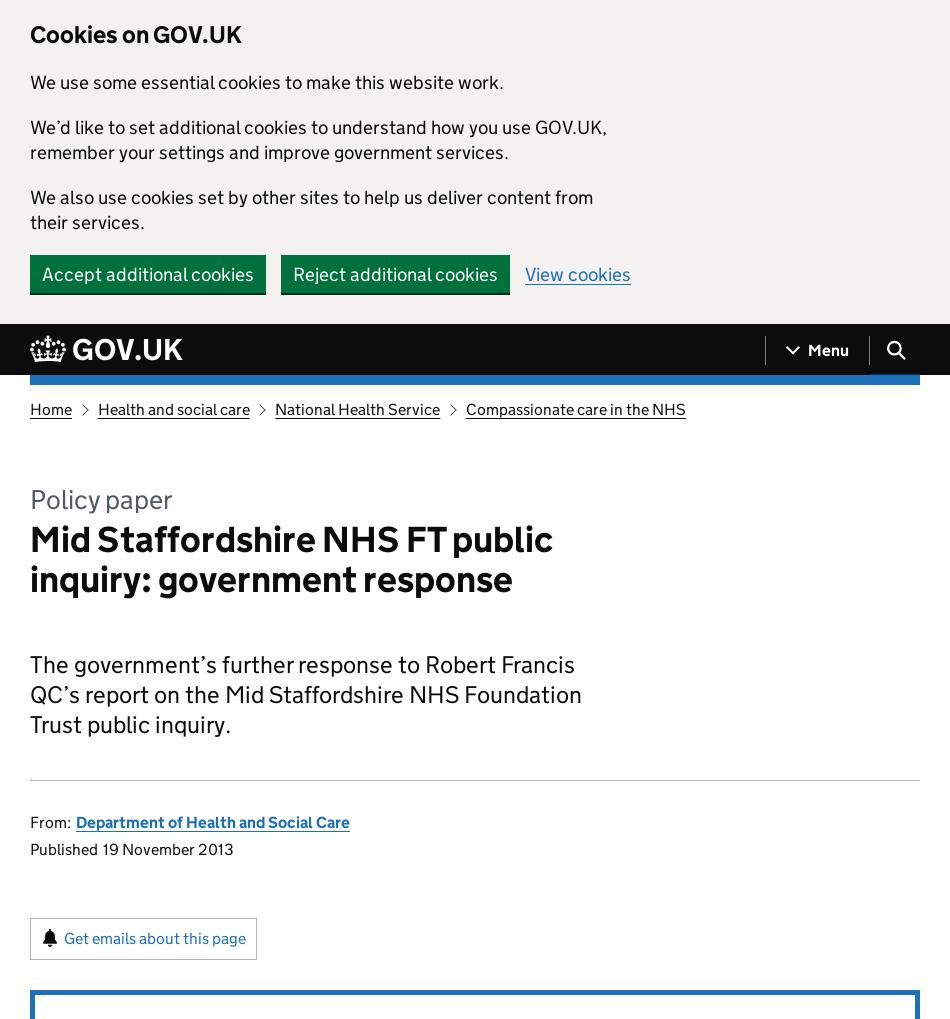 The width and height of the screenshot is (950, 1019). What do you see at coordinates (575, 408) in the screenshot?
I see `'Compassionate care in the NHS'` at bounding box center [575, 408].